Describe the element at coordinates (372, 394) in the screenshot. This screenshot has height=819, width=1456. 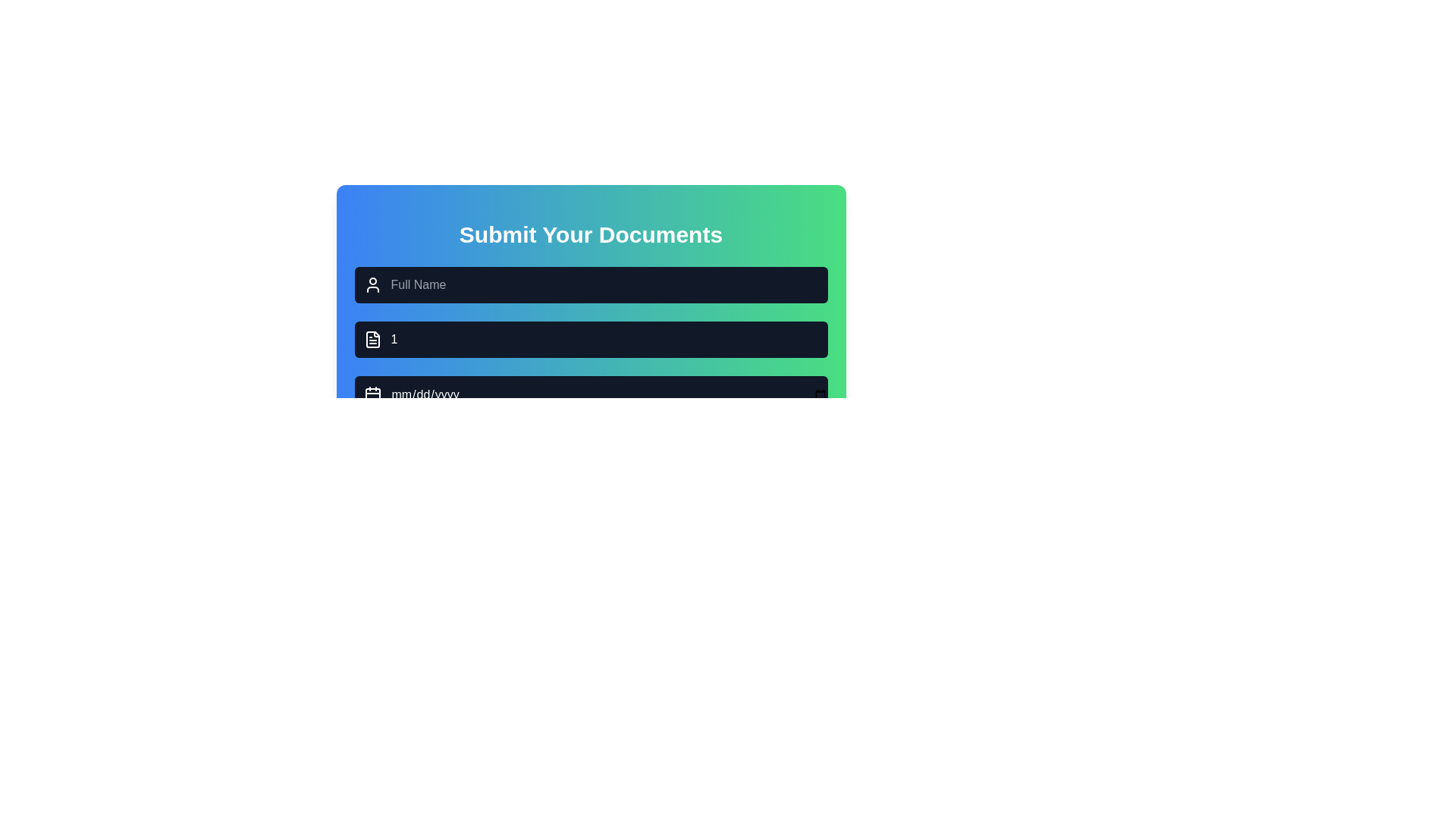
I see `the calendar background icon to potentially display a tooltip` at that location.